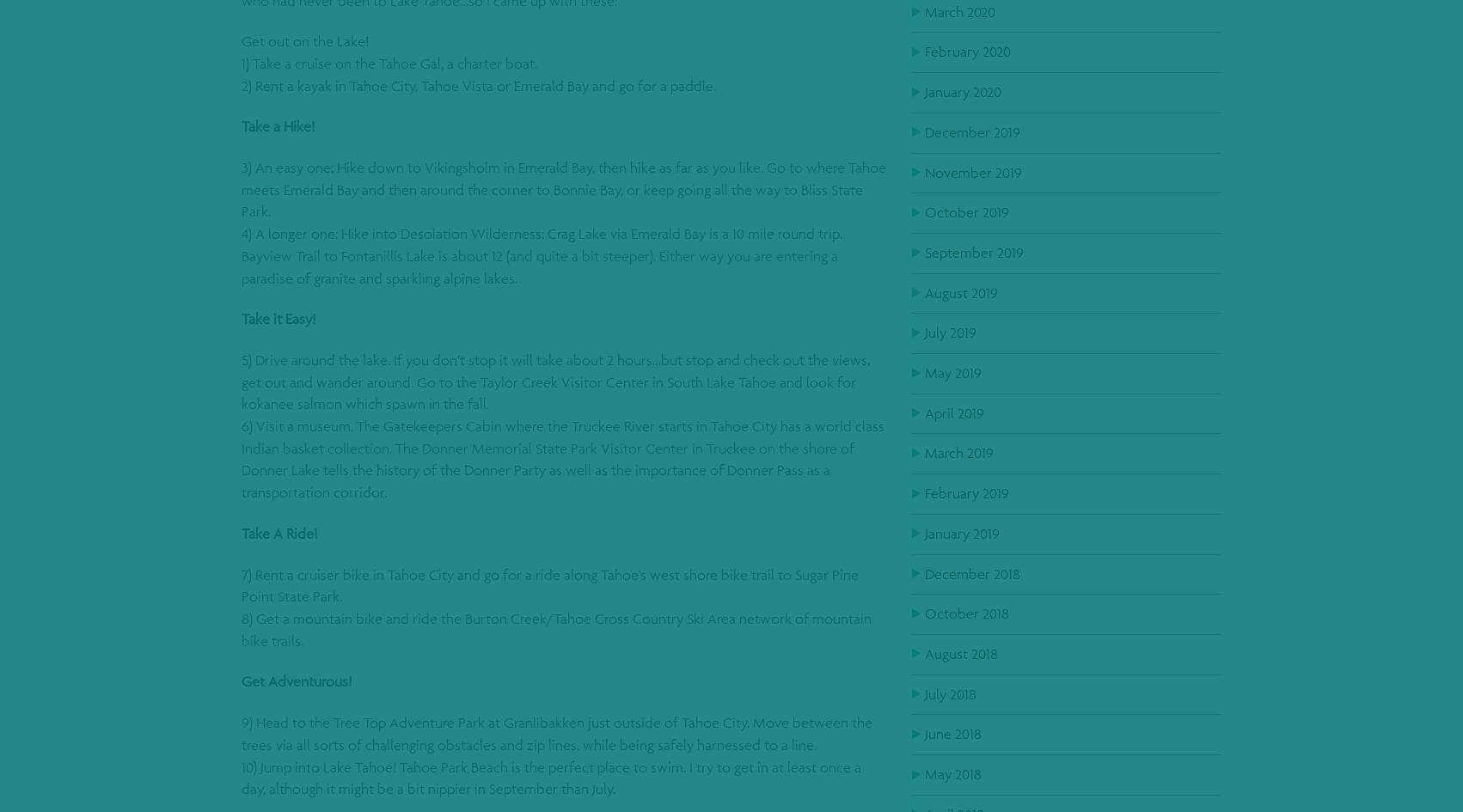 The image size is (1463, 812). I want to click on 'March 2020', so click(959, 11).